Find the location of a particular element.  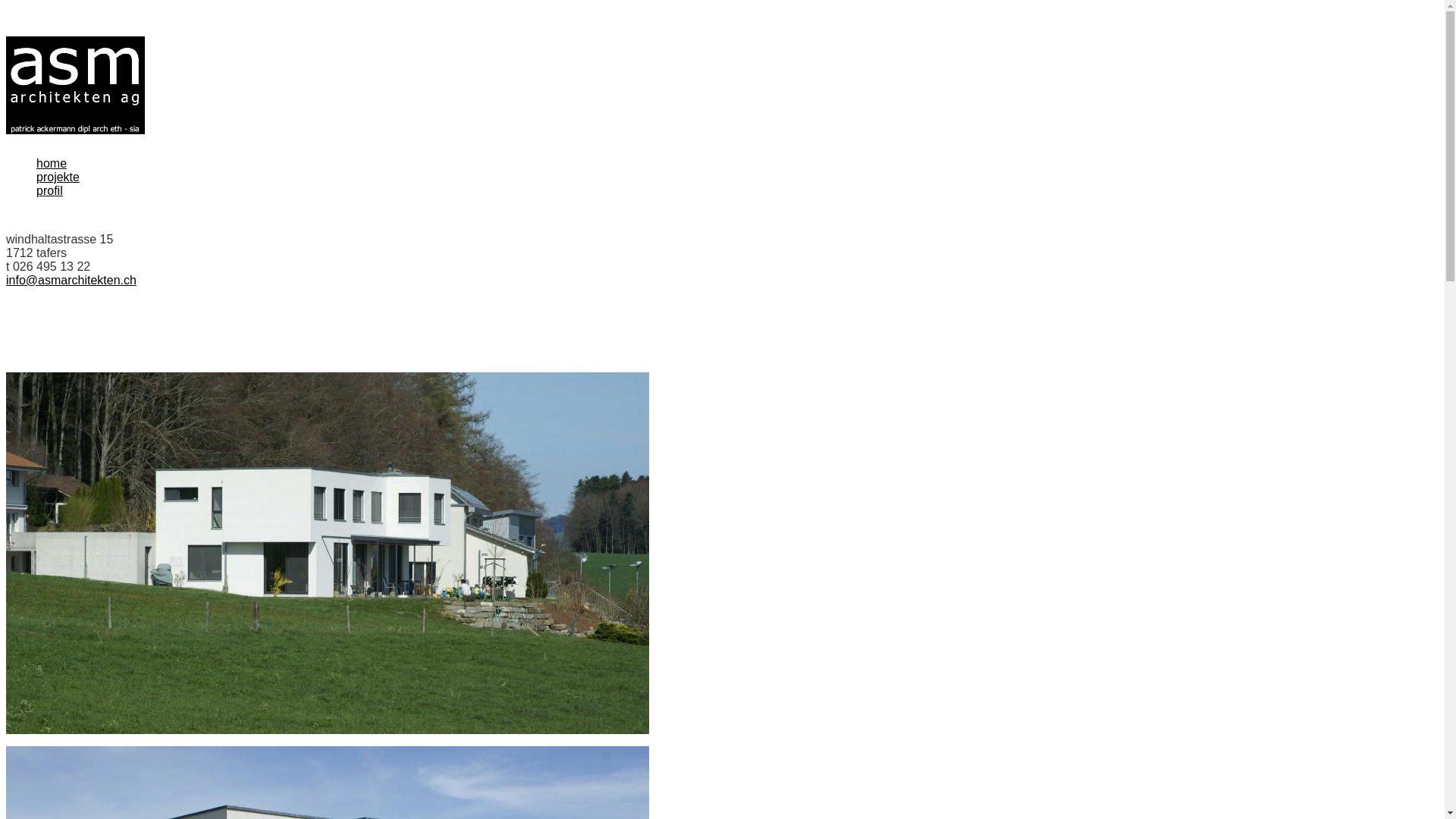

'profil' is located at coordinates (49, 190).